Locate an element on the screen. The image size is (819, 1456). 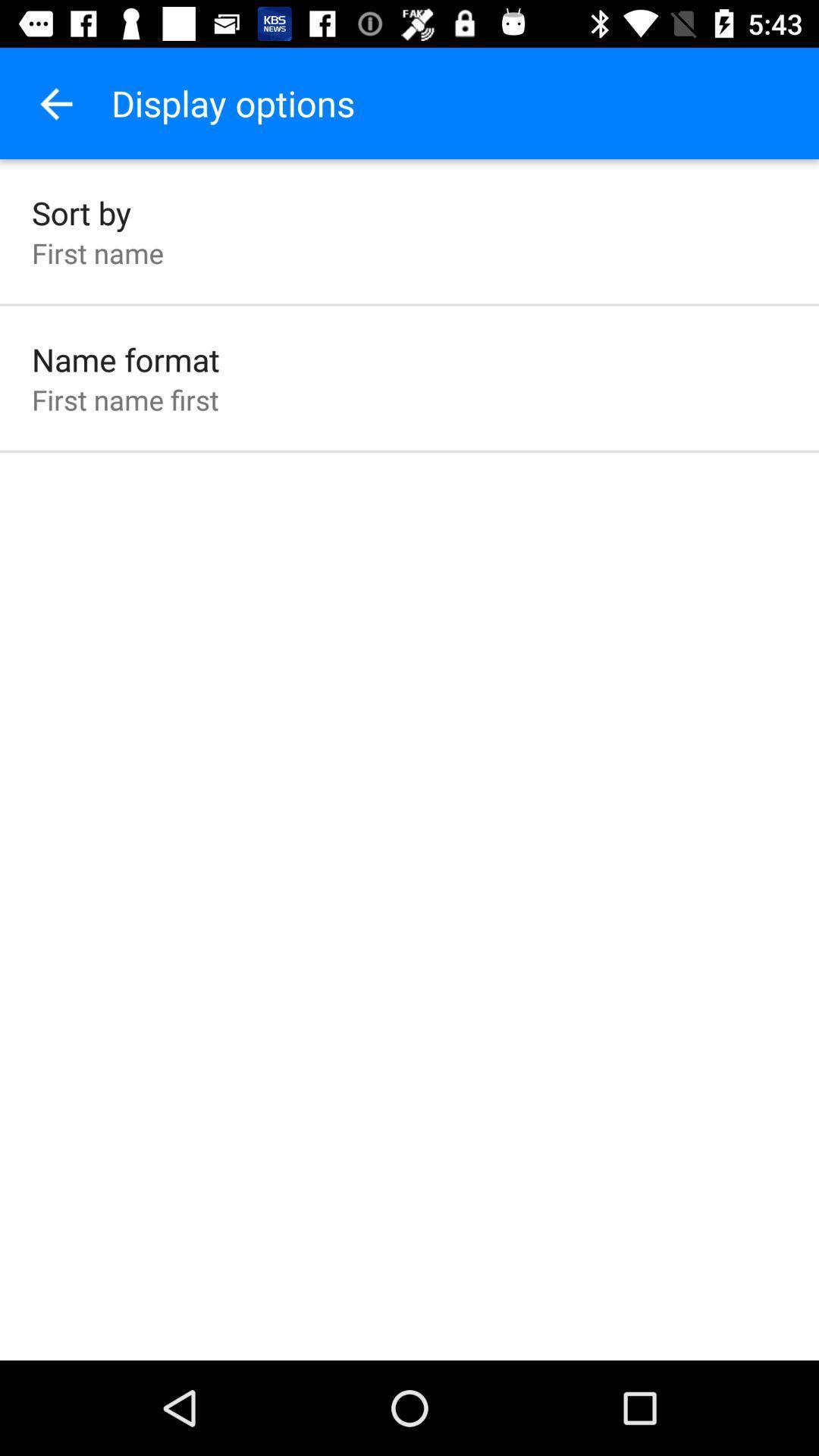
the item above first name first icon is located at coordinates (124, 359).